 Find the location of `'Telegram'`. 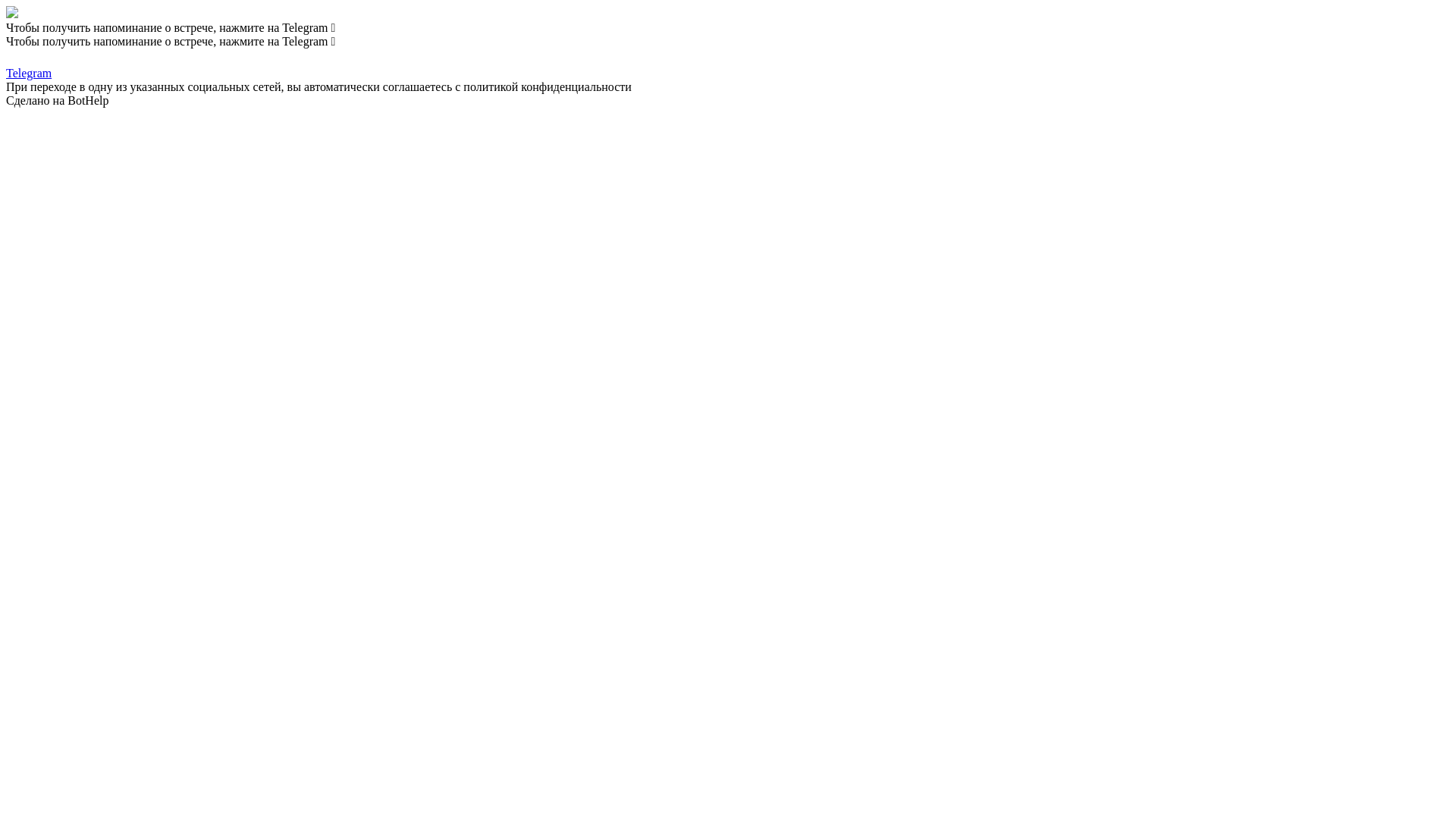

'Telegram' is located at coordinates (14, 55).